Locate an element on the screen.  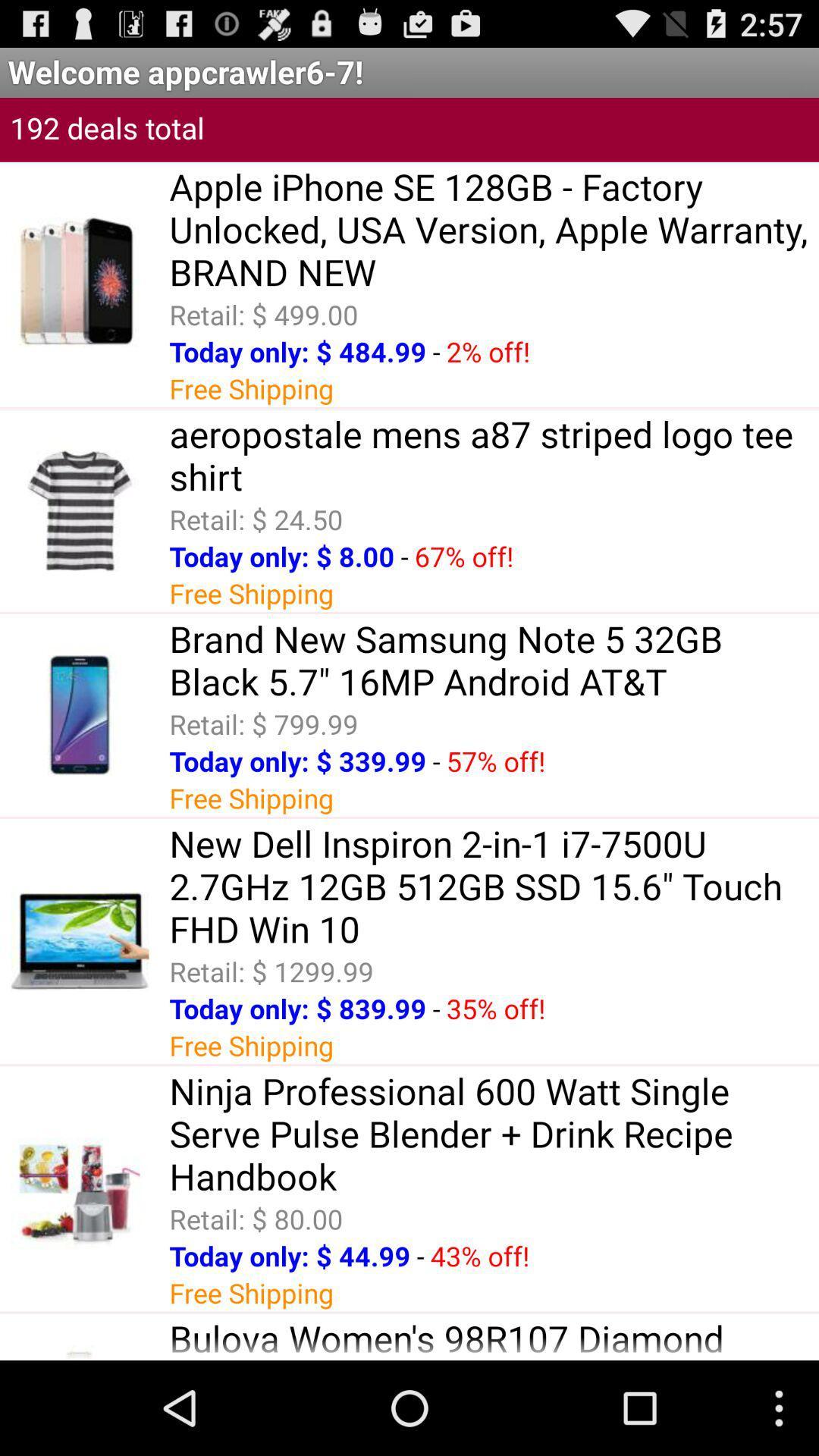
- is located at coordinates (436, 761).